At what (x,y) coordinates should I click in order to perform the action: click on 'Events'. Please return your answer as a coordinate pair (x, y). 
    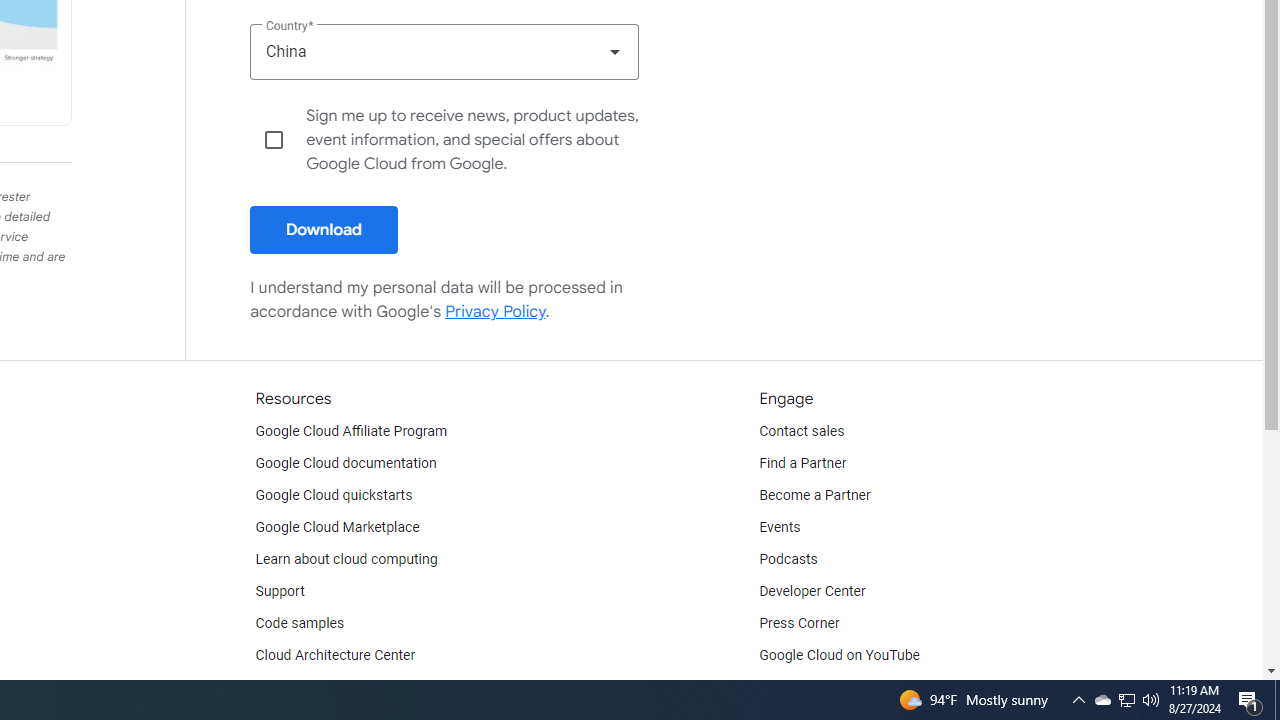
    Looking at the image, I should click on (779, 527).